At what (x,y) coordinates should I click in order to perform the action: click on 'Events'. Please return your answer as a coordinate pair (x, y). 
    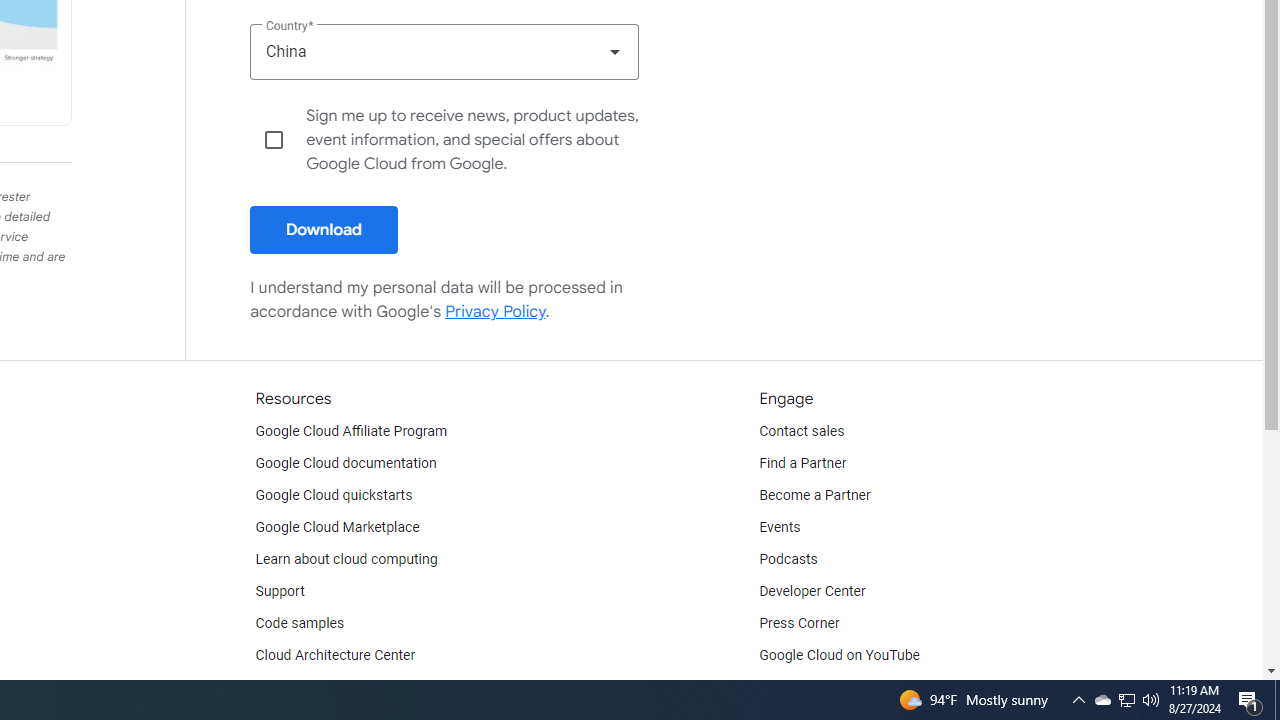
    Looking at the image, I should click on (779, 527).